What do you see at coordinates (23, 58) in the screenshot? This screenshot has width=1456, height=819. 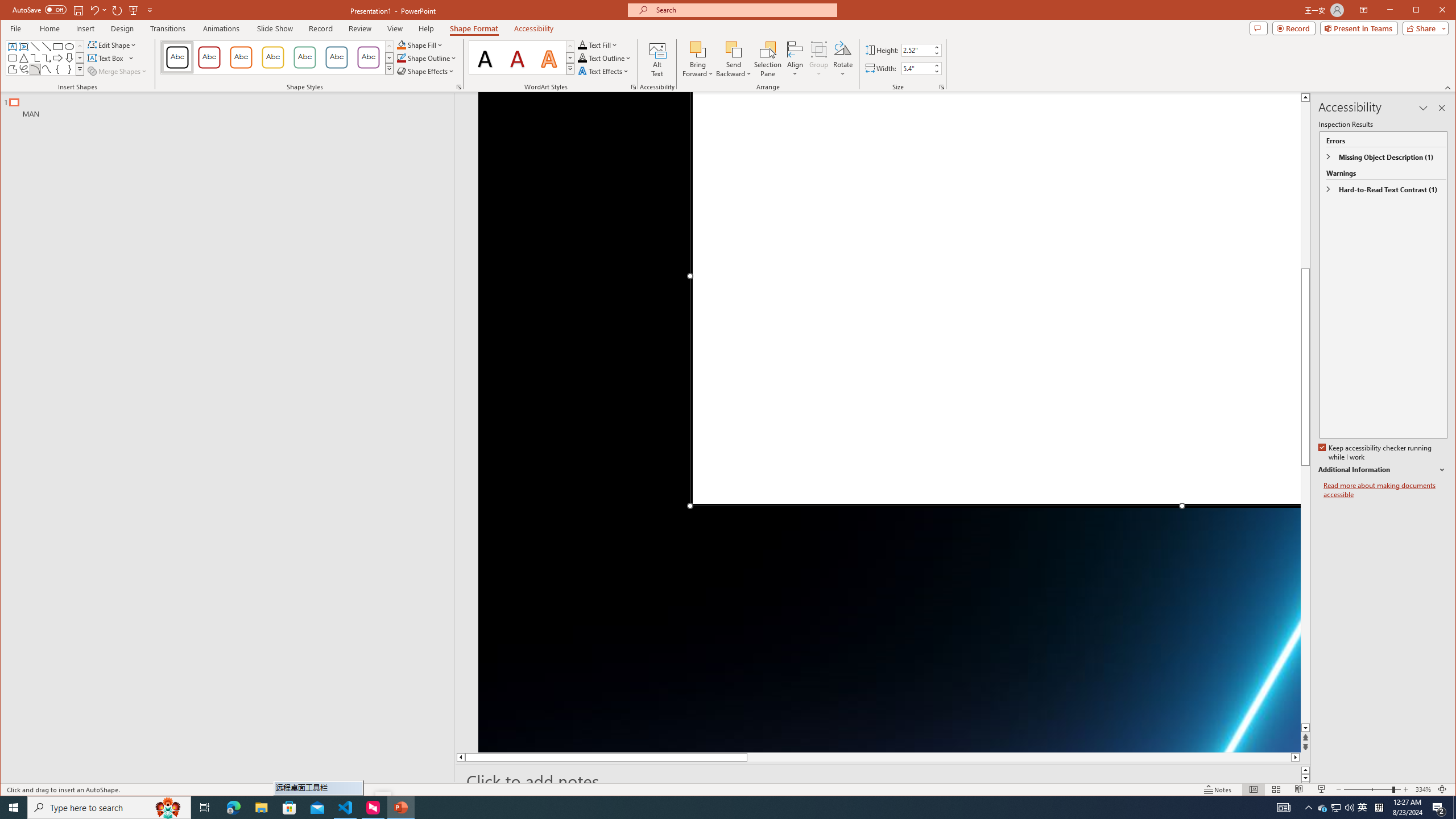 I see `'Isosceles Triangle'` at bounding box center [23, 58].